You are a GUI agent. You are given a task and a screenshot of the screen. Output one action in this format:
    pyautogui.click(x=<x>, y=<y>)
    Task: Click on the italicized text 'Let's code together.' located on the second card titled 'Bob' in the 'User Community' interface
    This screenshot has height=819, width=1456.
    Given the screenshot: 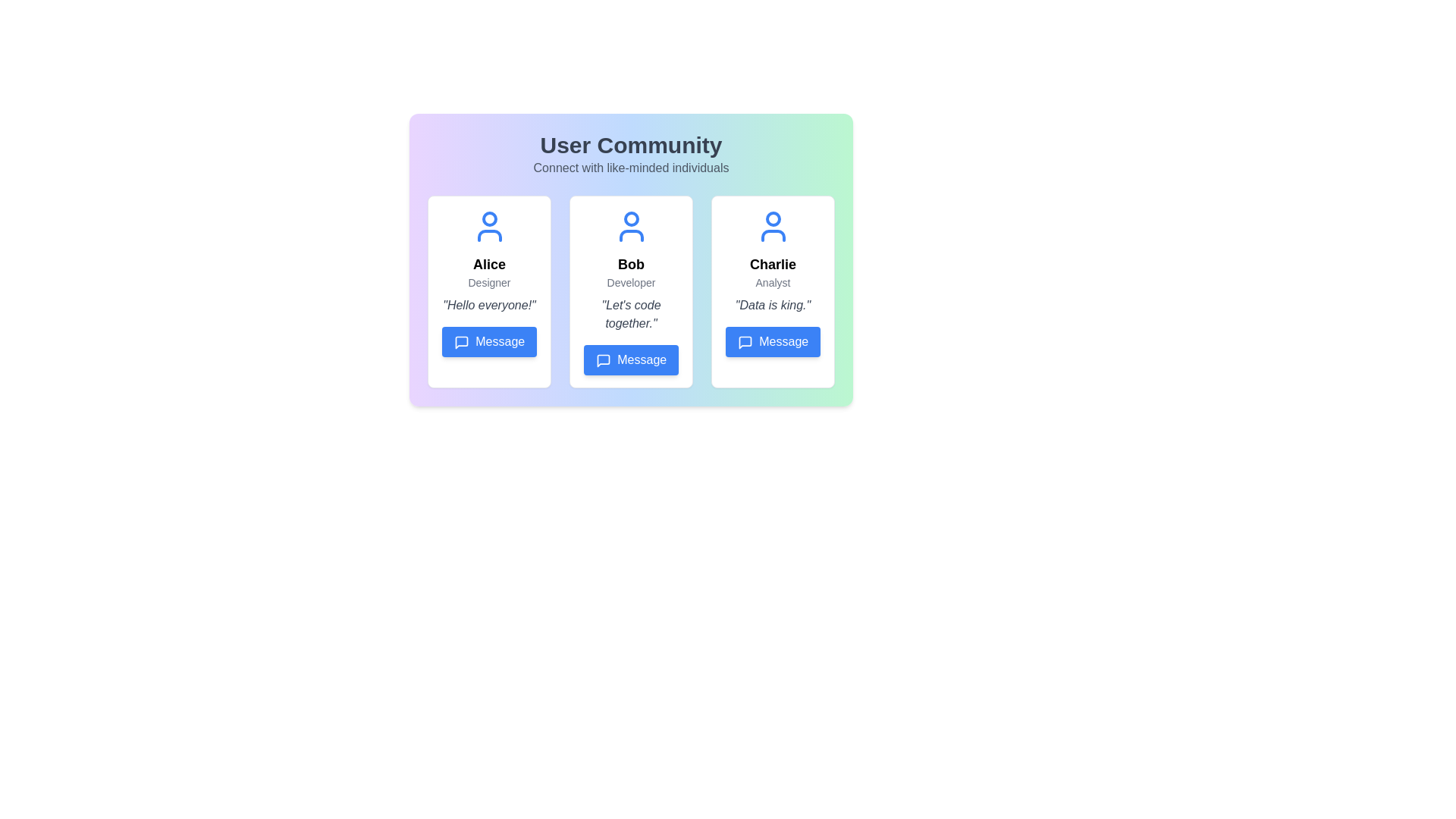 What is the action you would take?
    pyautogui.click(x=631, y=314)
    